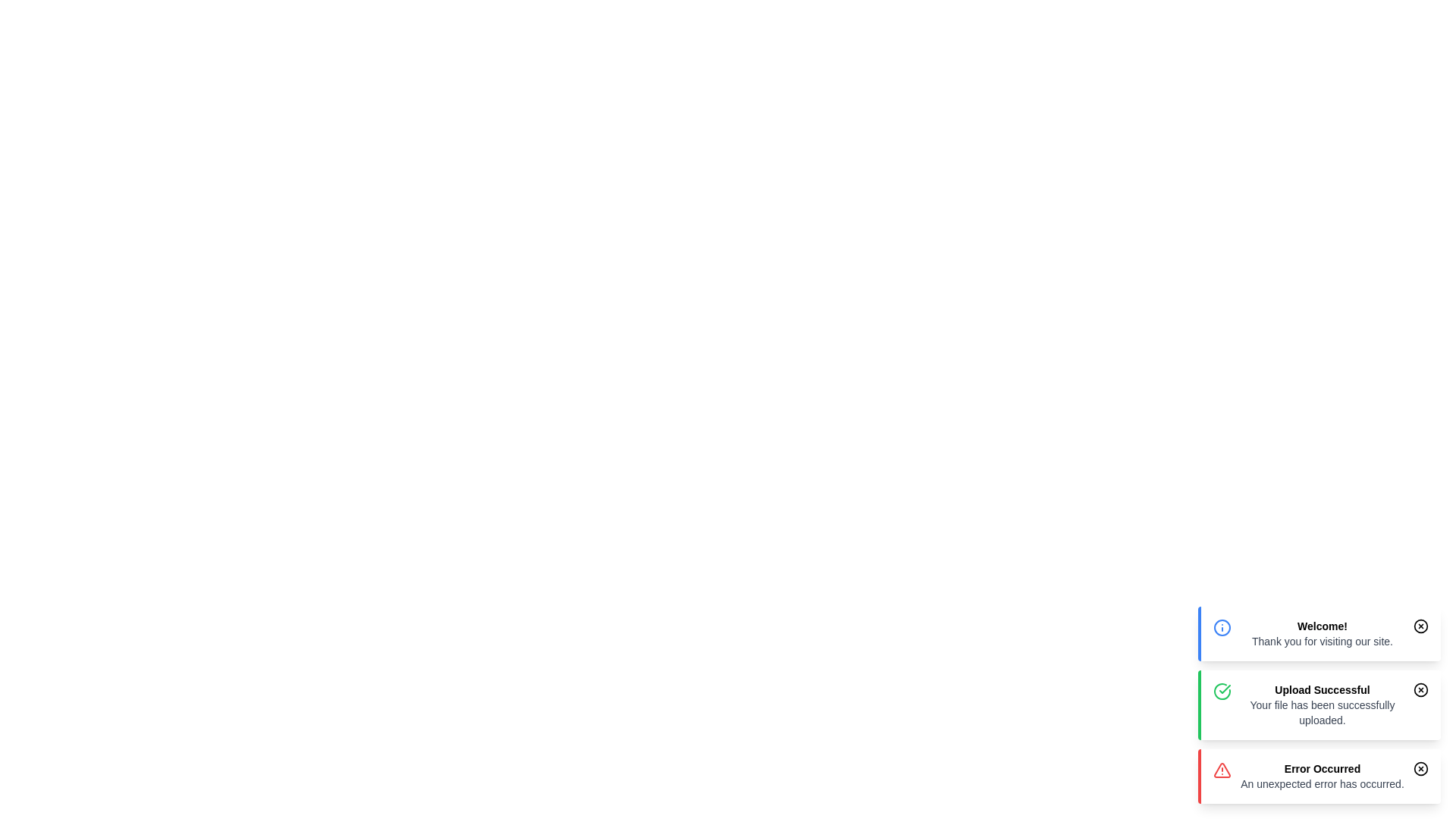 This screenshot has width=1456, height=819. I want to click on the primary icon in the 'Upload Successful' notification panel, which indicates that the file upload was successful, so click(1222, 691).